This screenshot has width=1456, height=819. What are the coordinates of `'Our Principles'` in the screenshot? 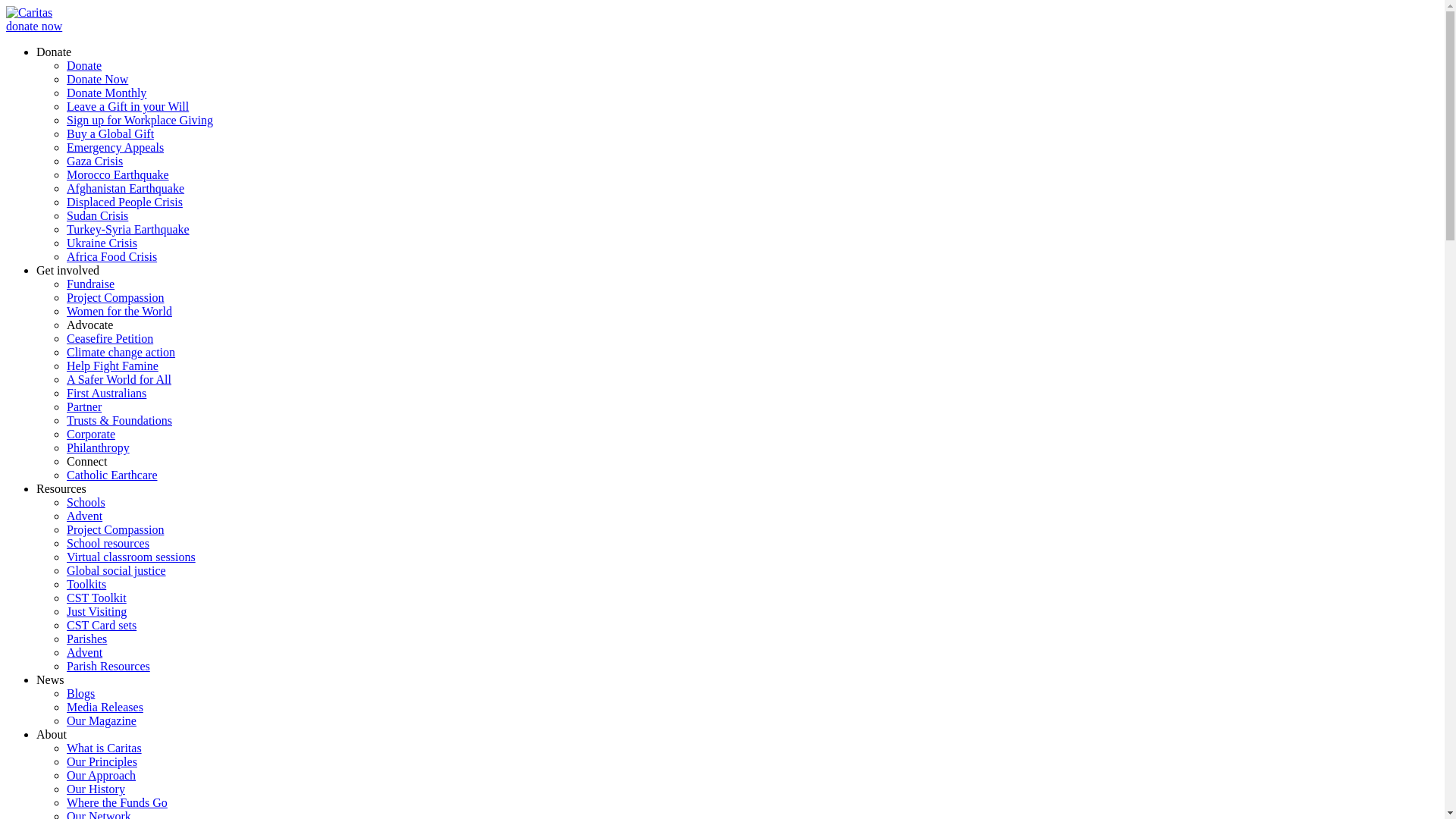 It's located at (101, 761).